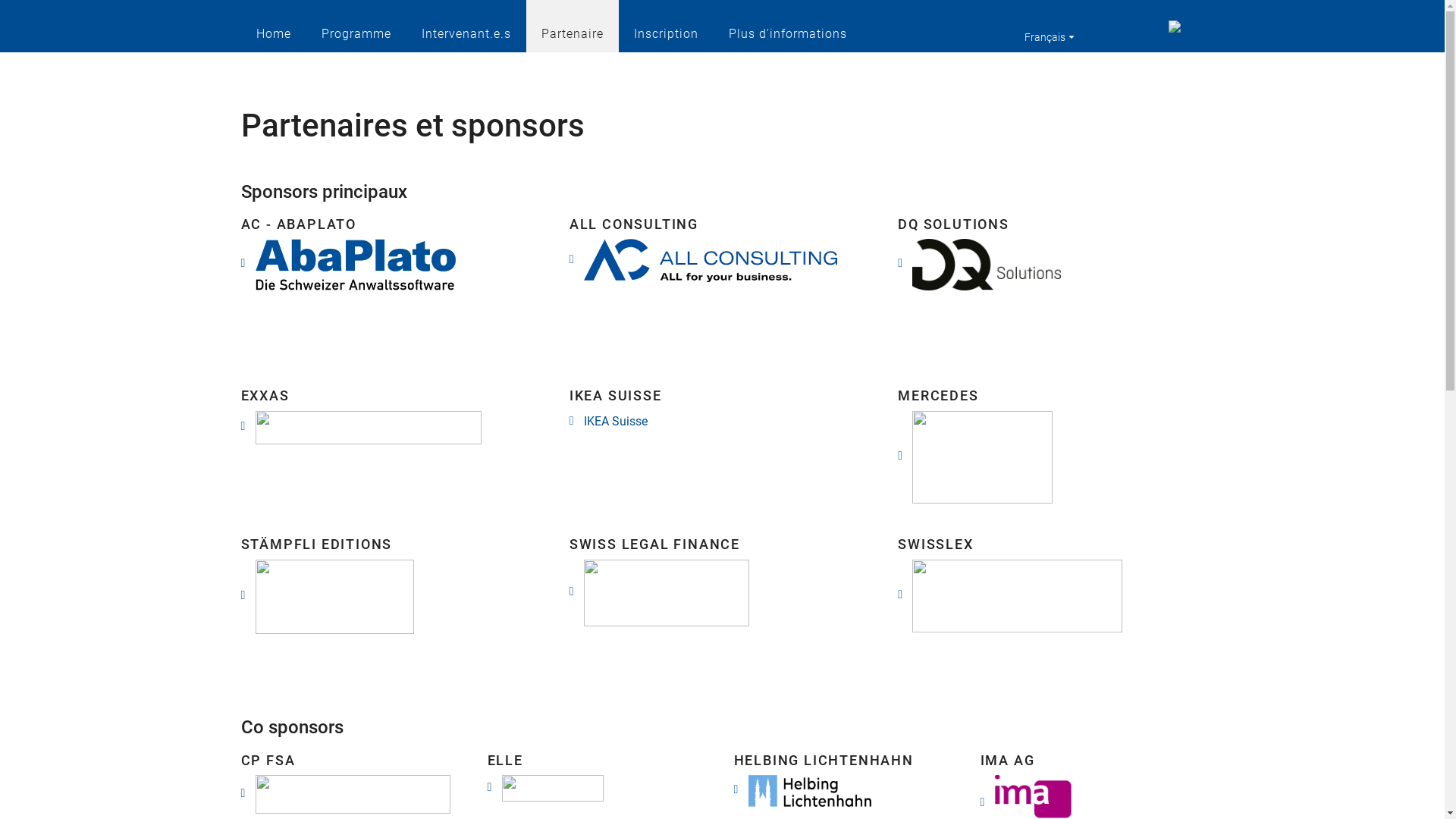 The image size is (1456, 819). I want to click on 'Partenaire', so click(571, 26).